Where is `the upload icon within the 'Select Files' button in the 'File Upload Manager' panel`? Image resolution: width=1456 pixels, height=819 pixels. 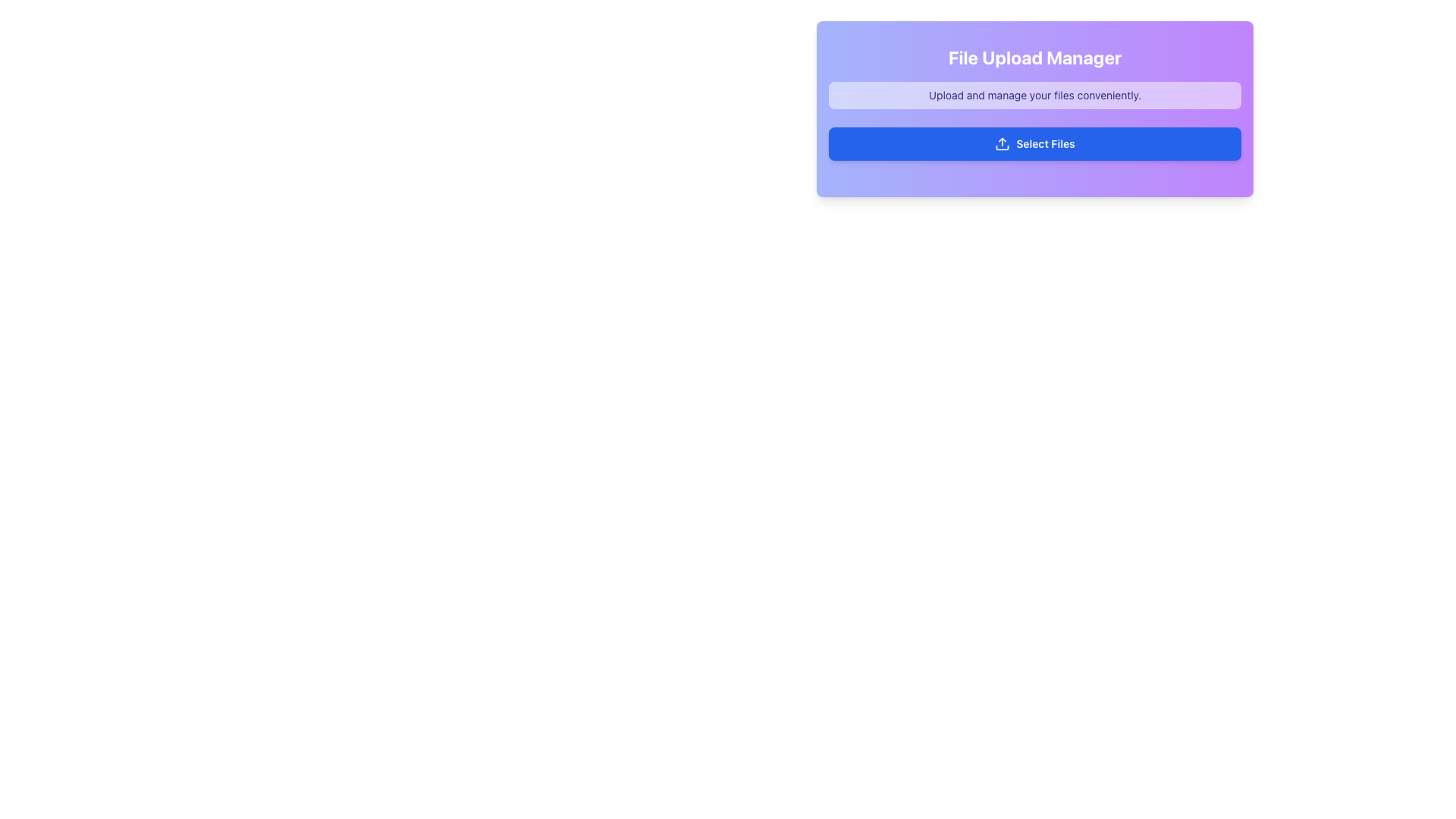
the upload icon within the 'Select Files' button in the 'File Upload Manager' panel is located at coordinates (1003, 143).